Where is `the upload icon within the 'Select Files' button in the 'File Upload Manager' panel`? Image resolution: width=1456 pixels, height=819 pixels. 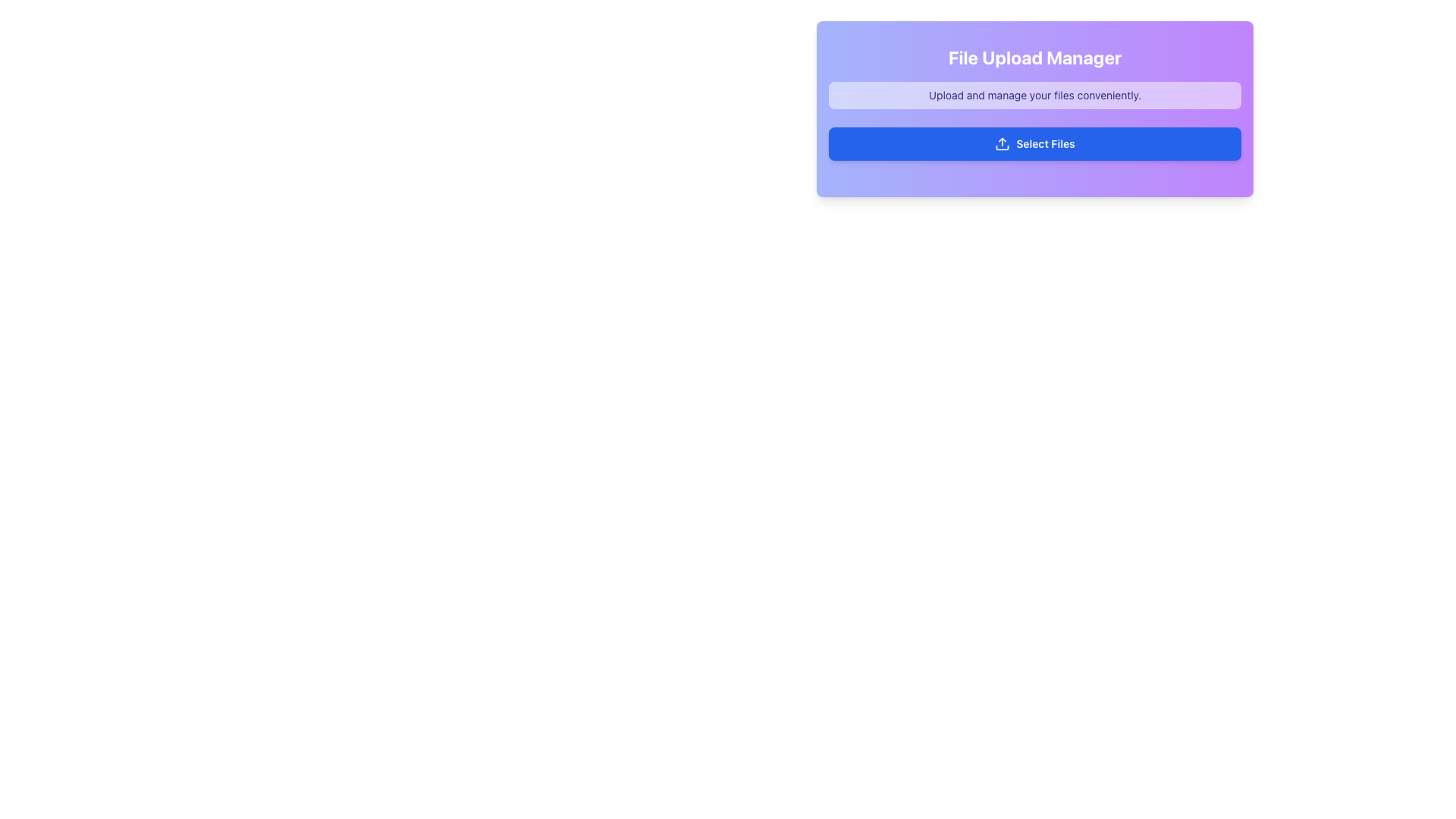
the upload icon within the 'Select Files' button in the 'File Upload Manager' panel is located at coordinates (1003, 143).